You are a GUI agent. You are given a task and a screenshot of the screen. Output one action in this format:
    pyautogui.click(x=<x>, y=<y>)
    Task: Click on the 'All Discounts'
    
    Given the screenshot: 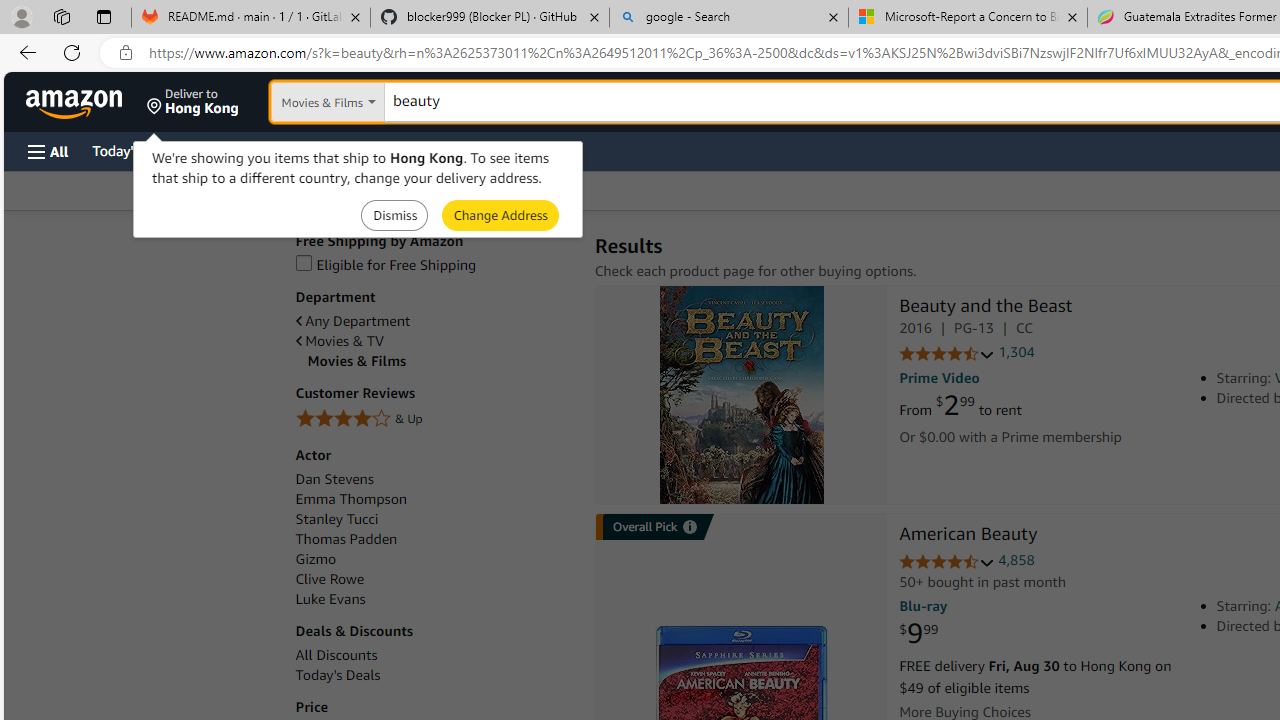 What is the action you would take?
    pyautogui.click(x=336, y=655)
    